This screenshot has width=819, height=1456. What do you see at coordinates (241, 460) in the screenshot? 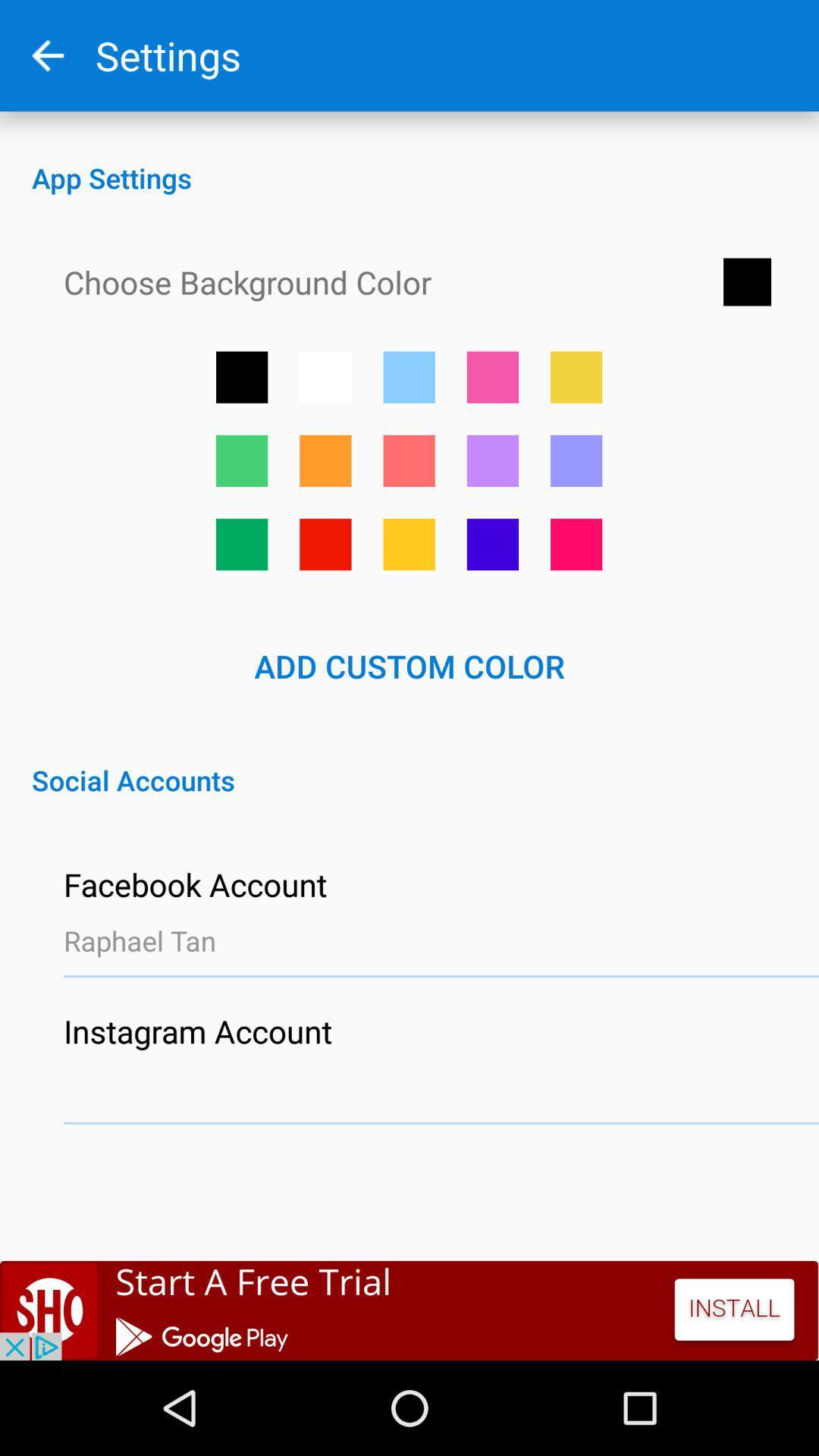
I see `light green color` at bounding box center [241, 460].